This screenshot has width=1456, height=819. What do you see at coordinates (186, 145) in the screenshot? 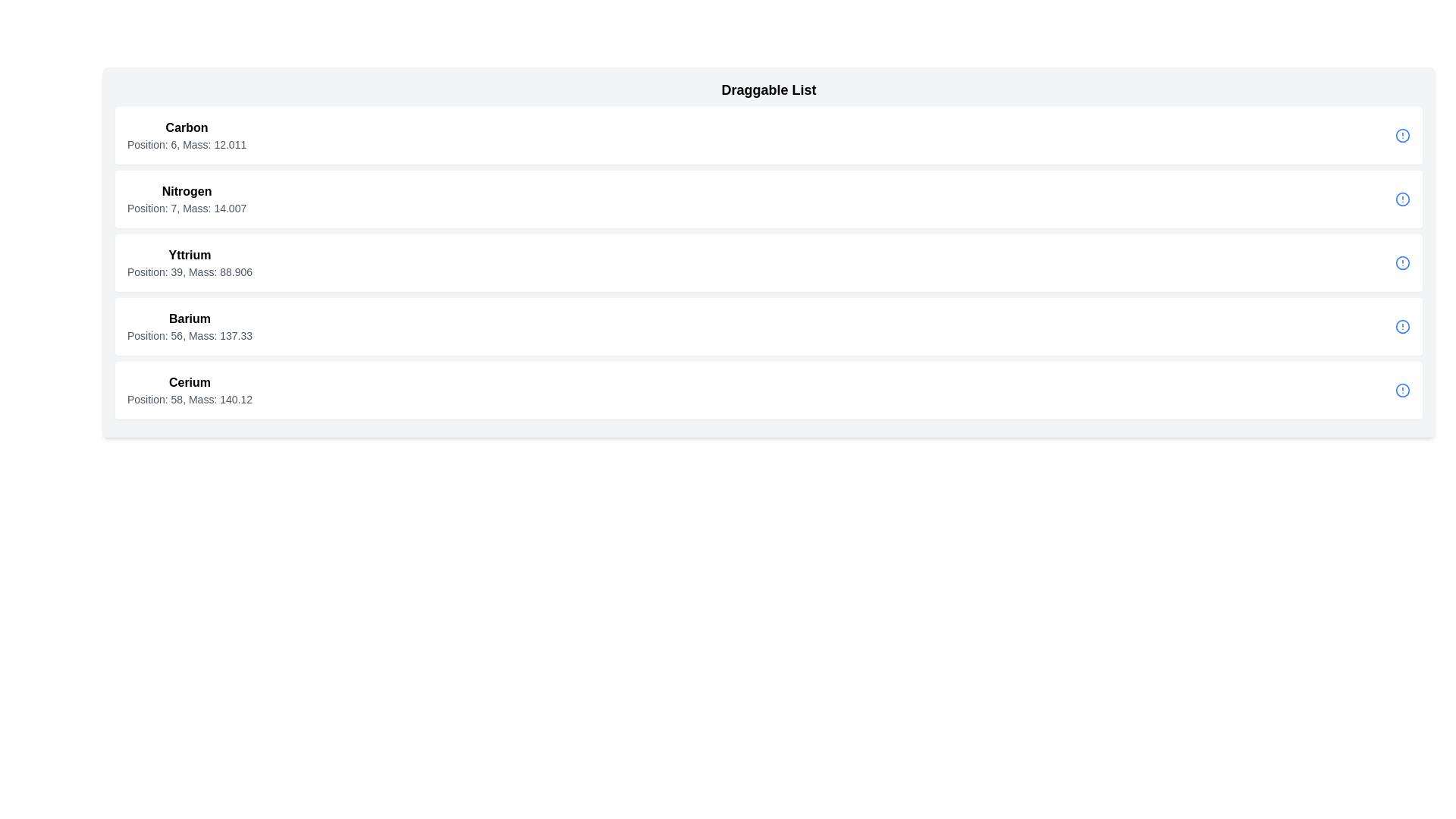
I see `the text display showing 'Position: 6, Mass: 12.011' located directly beneath the bold name 'Carbon' in the topmost entry of the list` at bounding box center [186, 145].